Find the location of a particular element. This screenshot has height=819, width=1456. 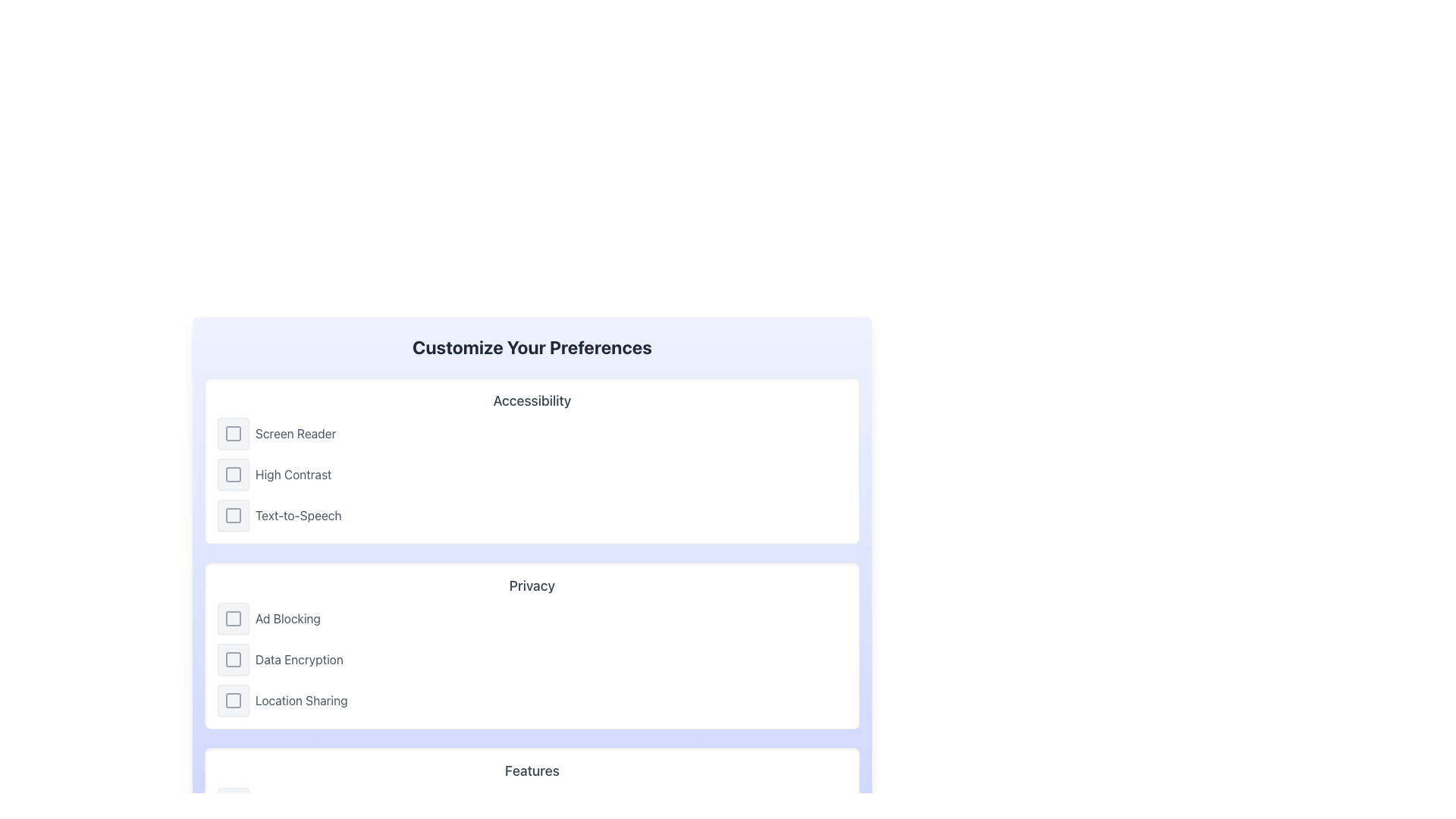

the checkbox for 'Location Sharing' under the 'Privacy' section is located at coordinates (232, 701).